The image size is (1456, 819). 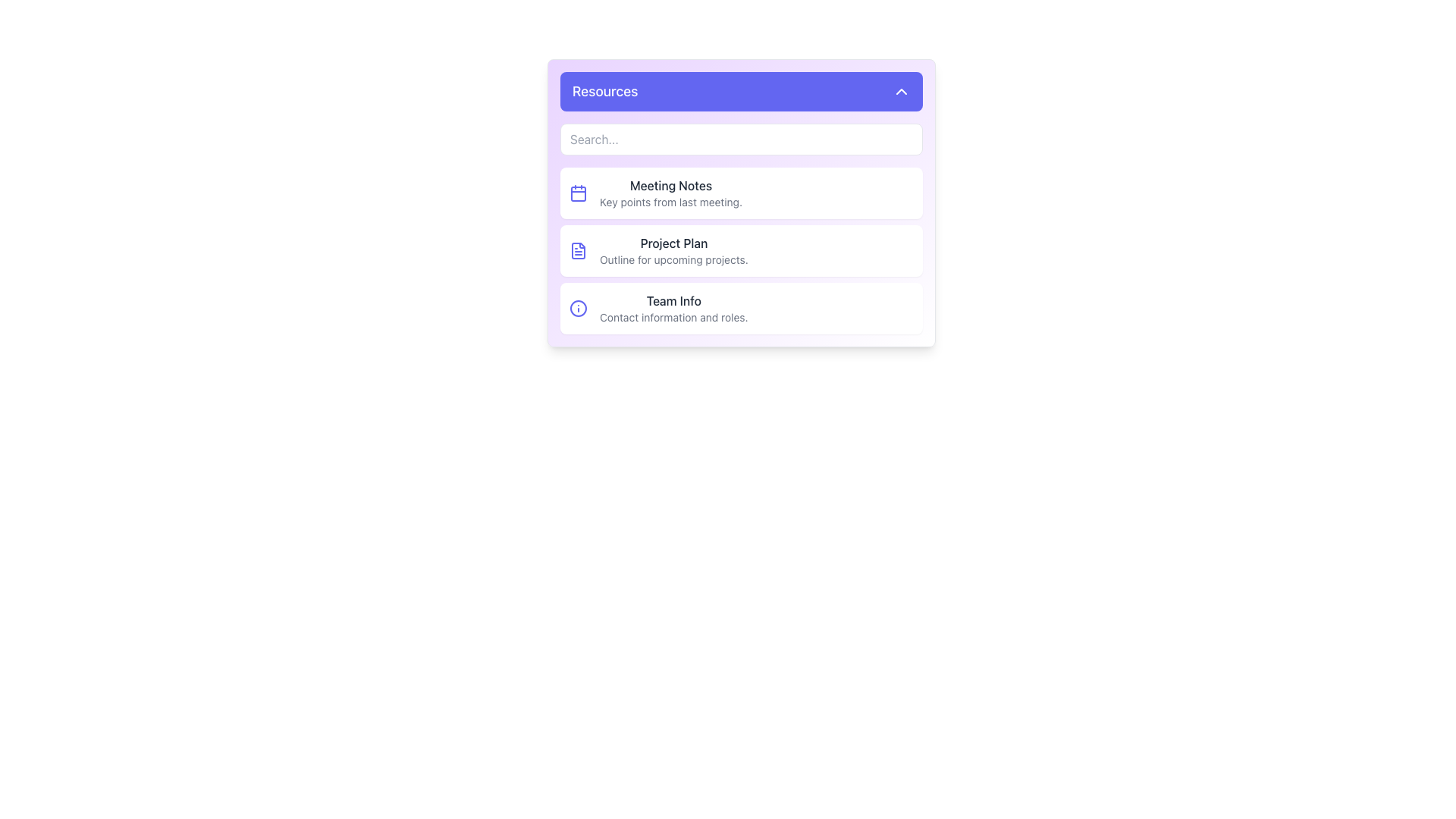 I want to click on the 'Project Plan' text label, which is the second item in the 'Resources' card, so click(x=673, y=250).